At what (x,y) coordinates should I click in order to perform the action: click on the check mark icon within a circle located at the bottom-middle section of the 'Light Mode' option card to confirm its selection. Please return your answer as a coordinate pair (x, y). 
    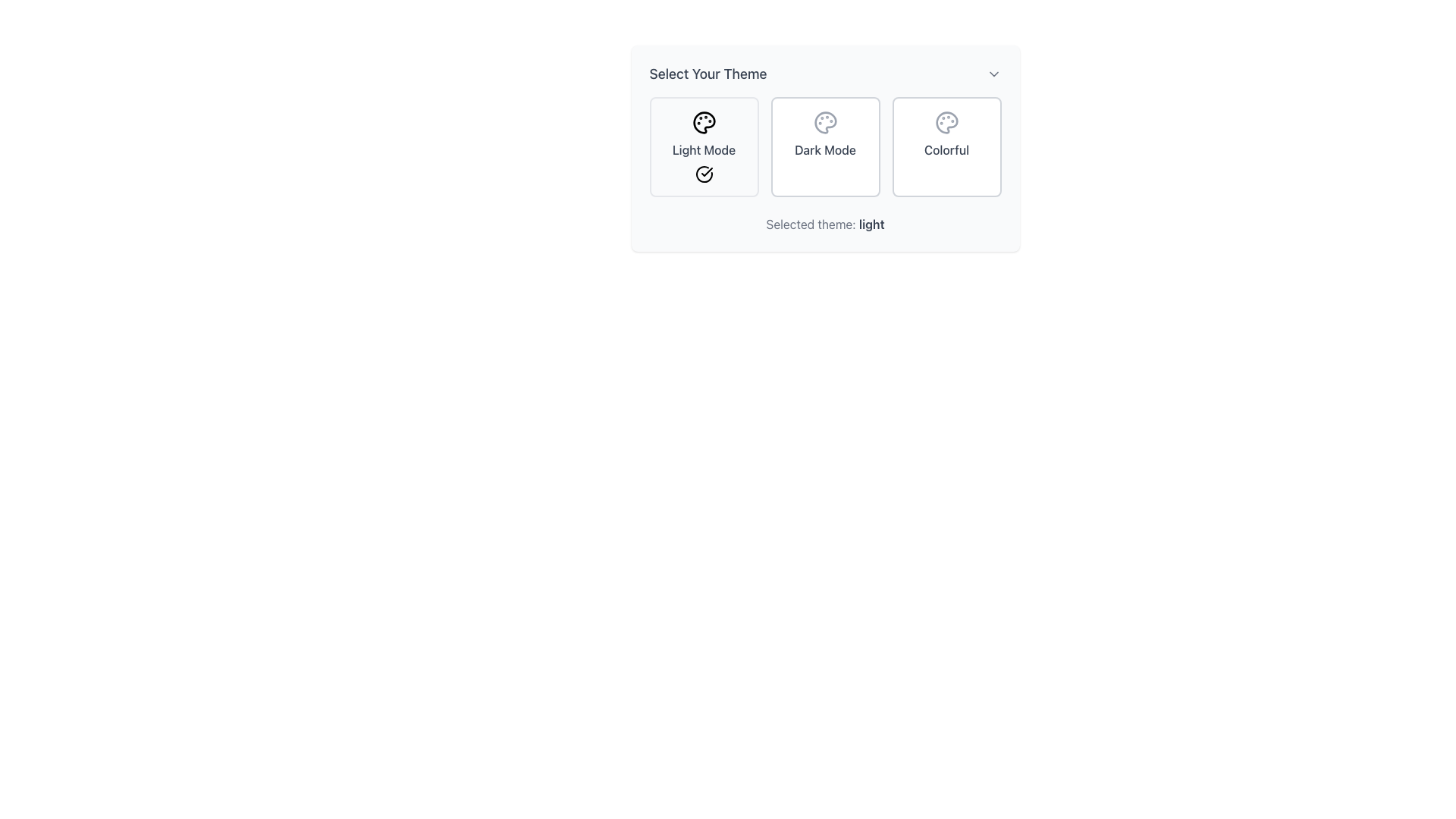
    Looking at the image, I should click on (703, 174).